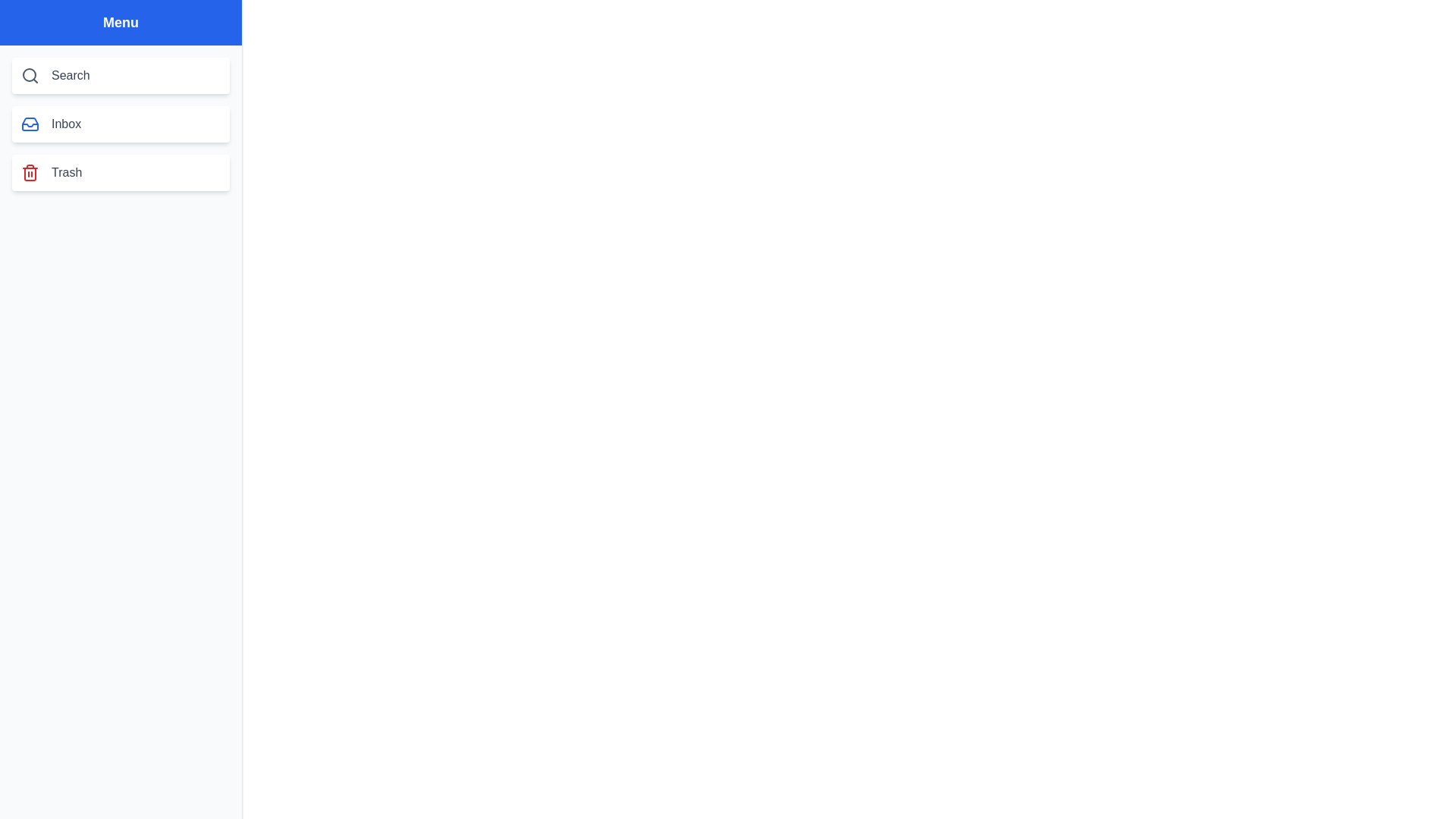 This screenshot has height=819, width=1456. What do you see at coordinates (120, 124) in the screenshot?
I see `the menu item Inbox by clicking on it` at bounding box center [120, 124].